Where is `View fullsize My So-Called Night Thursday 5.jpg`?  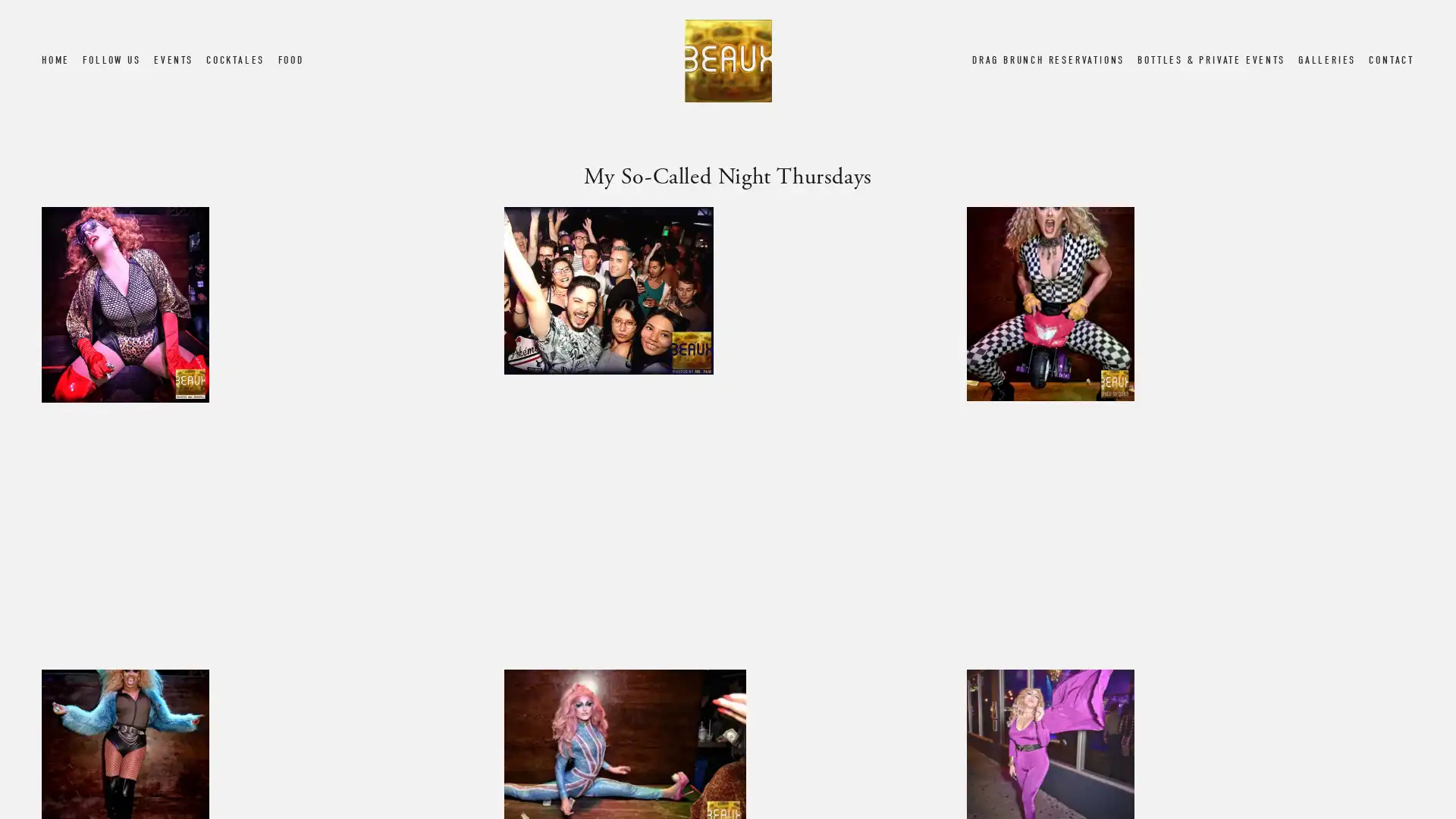 View fullsize My So-Called Night Thursday 5.jpg is located at coordinates (265, 430).